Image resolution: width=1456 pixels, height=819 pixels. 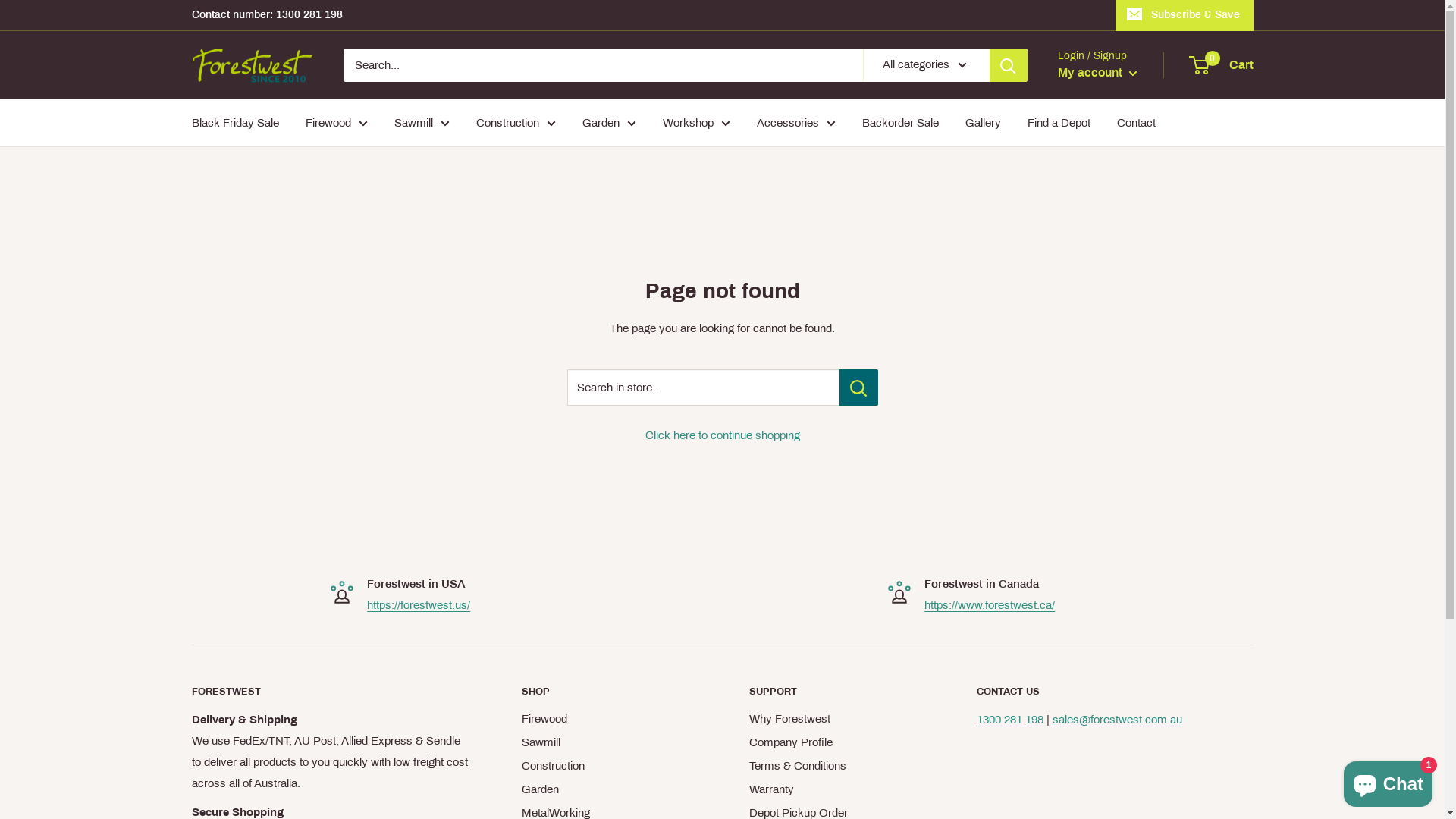 I want to click on 'sales@forestwest.com.au', so click(x=1117, y=718).